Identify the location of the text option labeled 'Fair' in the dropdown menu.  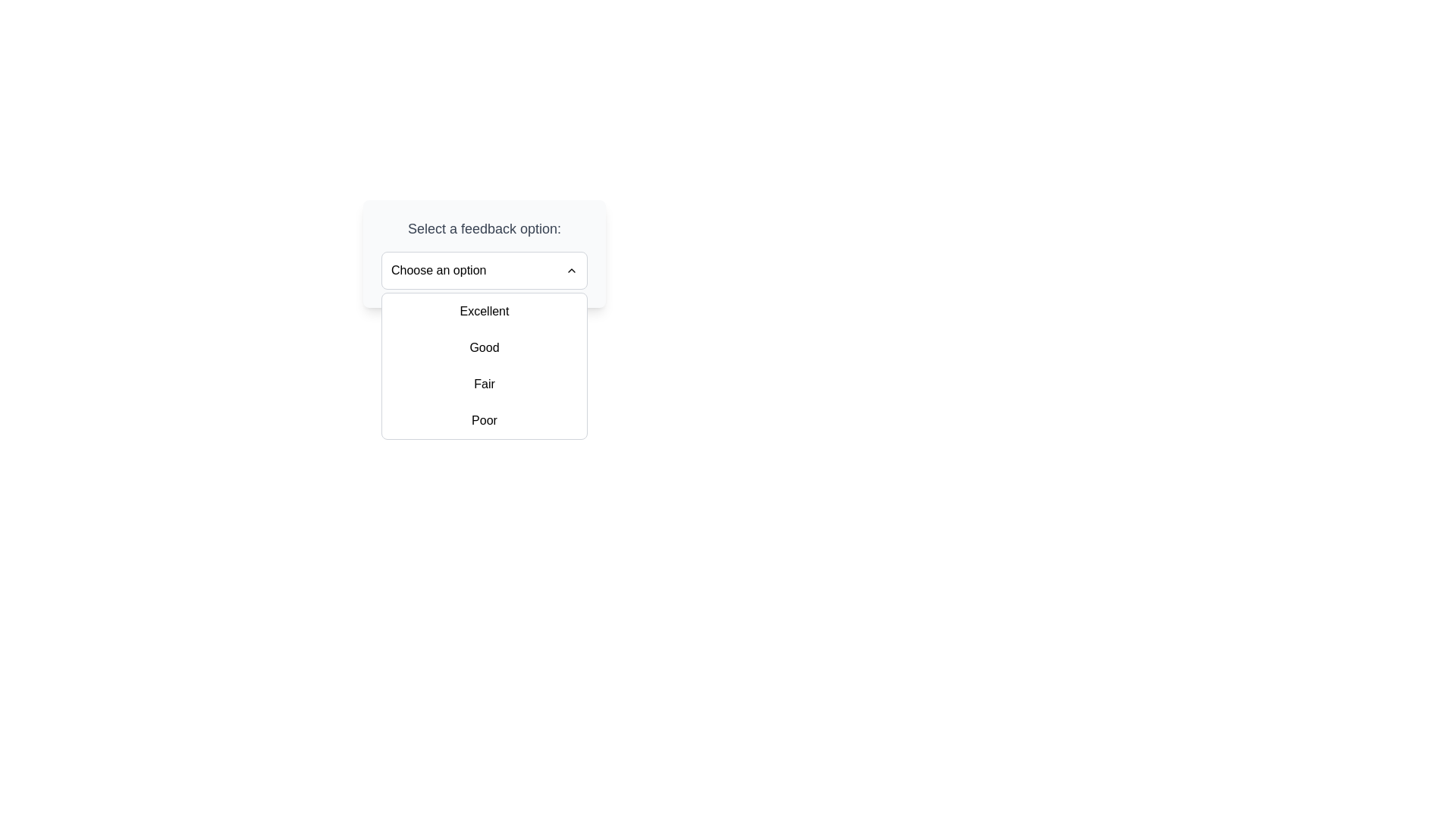
(483, 383).